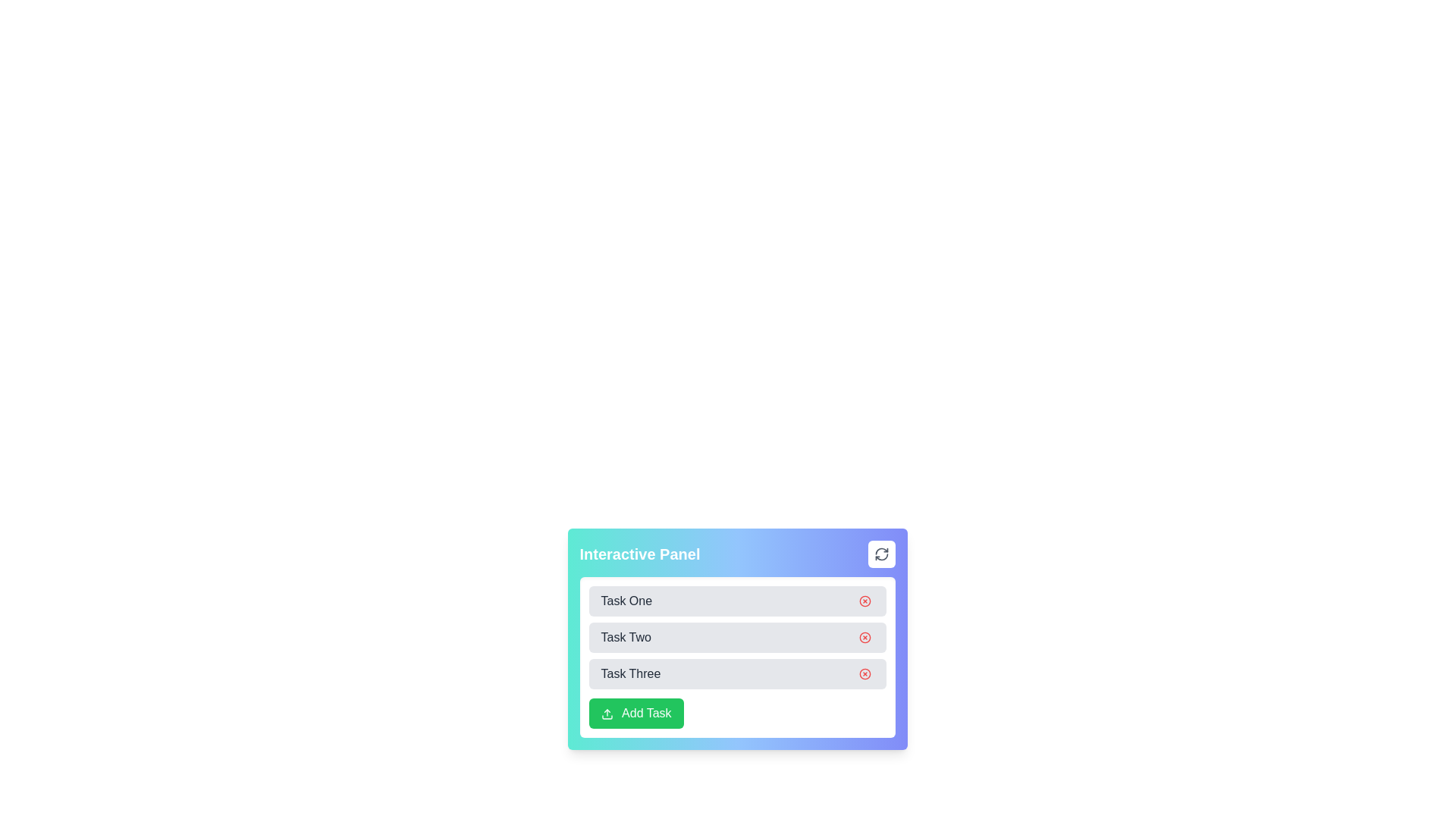 The image size is (1456, 819). What do you see at coordinates (864, 637) in the screenshot?
I see `the SVG circle located in the 'Task Two' row of the interactive panel` at bounding box center [864, 637].